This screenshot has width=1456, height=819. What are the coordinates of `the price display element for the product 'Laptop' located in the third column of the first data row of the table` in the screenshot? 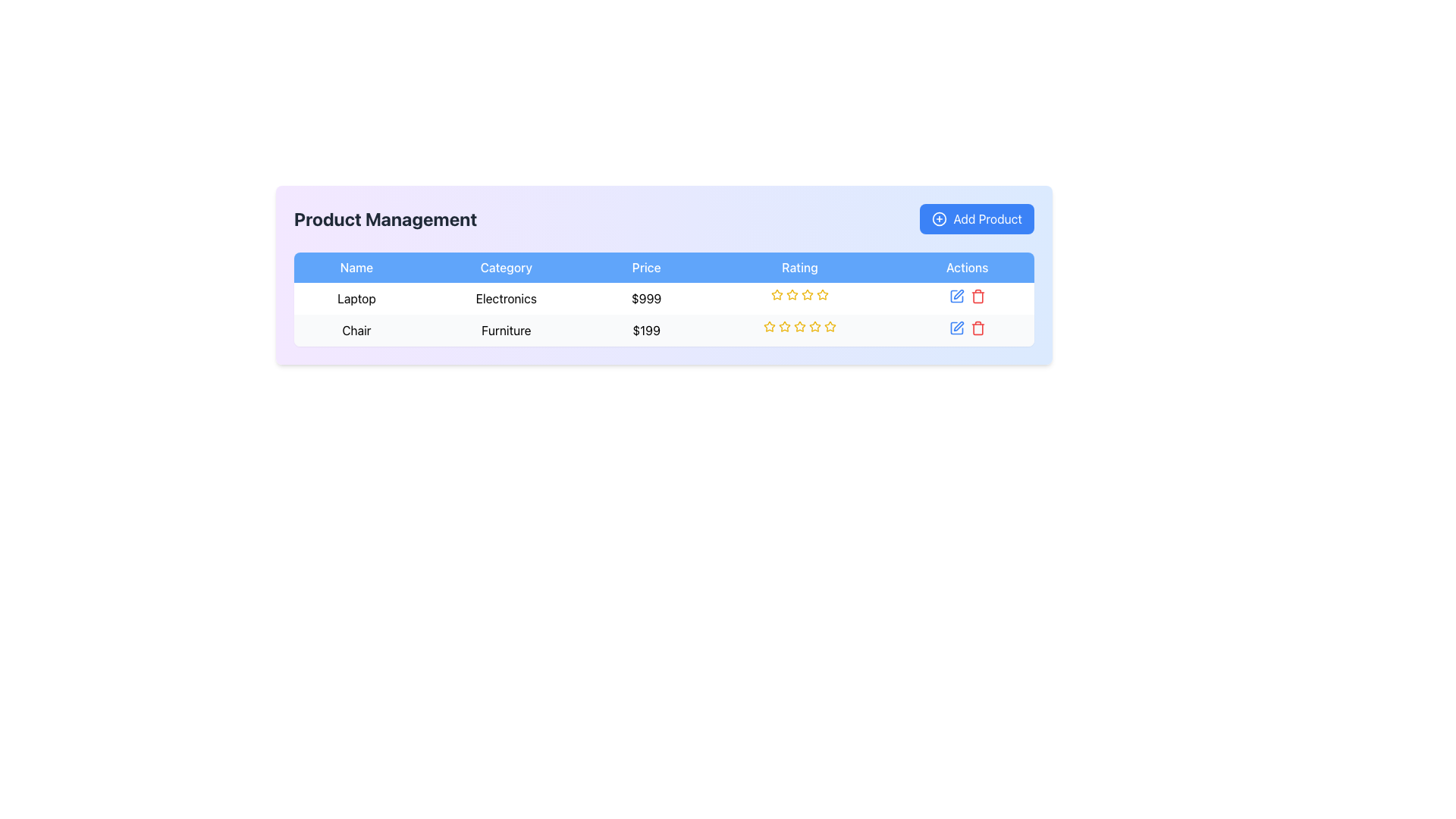 It's located at (664, 298).